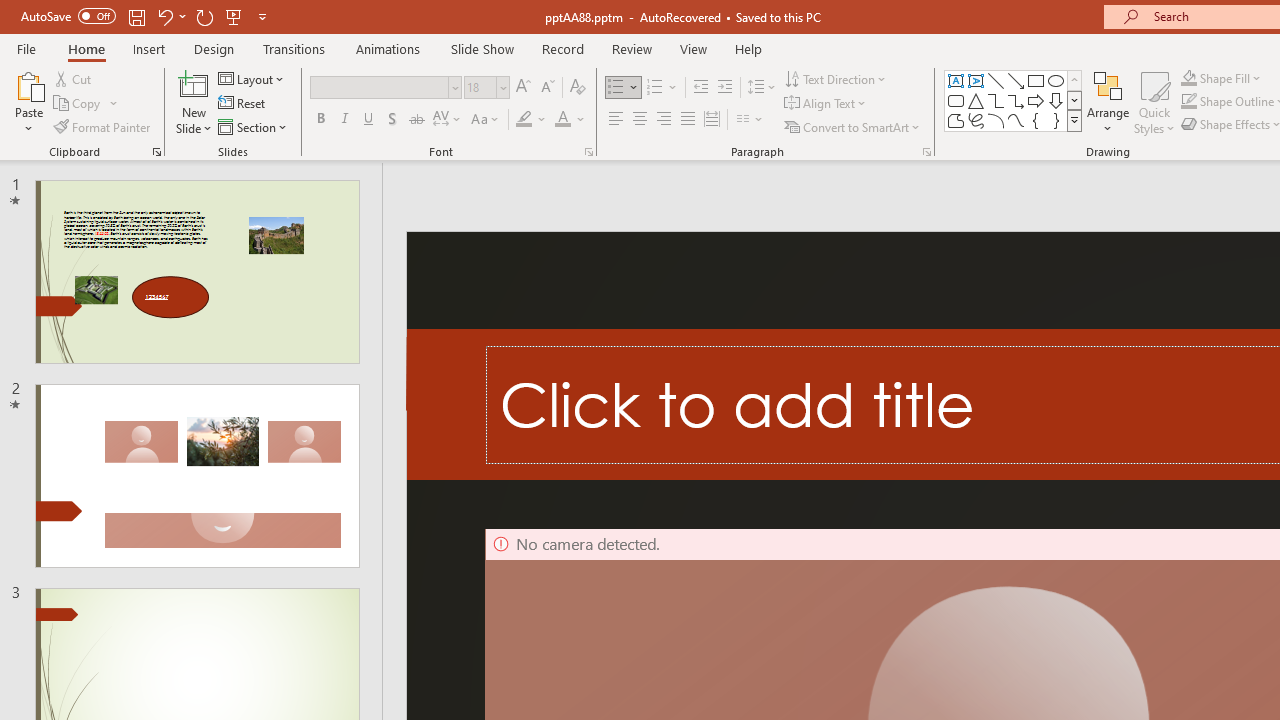 Image resolution: width=1280 pixels, height=720 pixels. Describe the element at coordinates (1107, 103) in the screenshot. I see `'Arrange'` at that location.